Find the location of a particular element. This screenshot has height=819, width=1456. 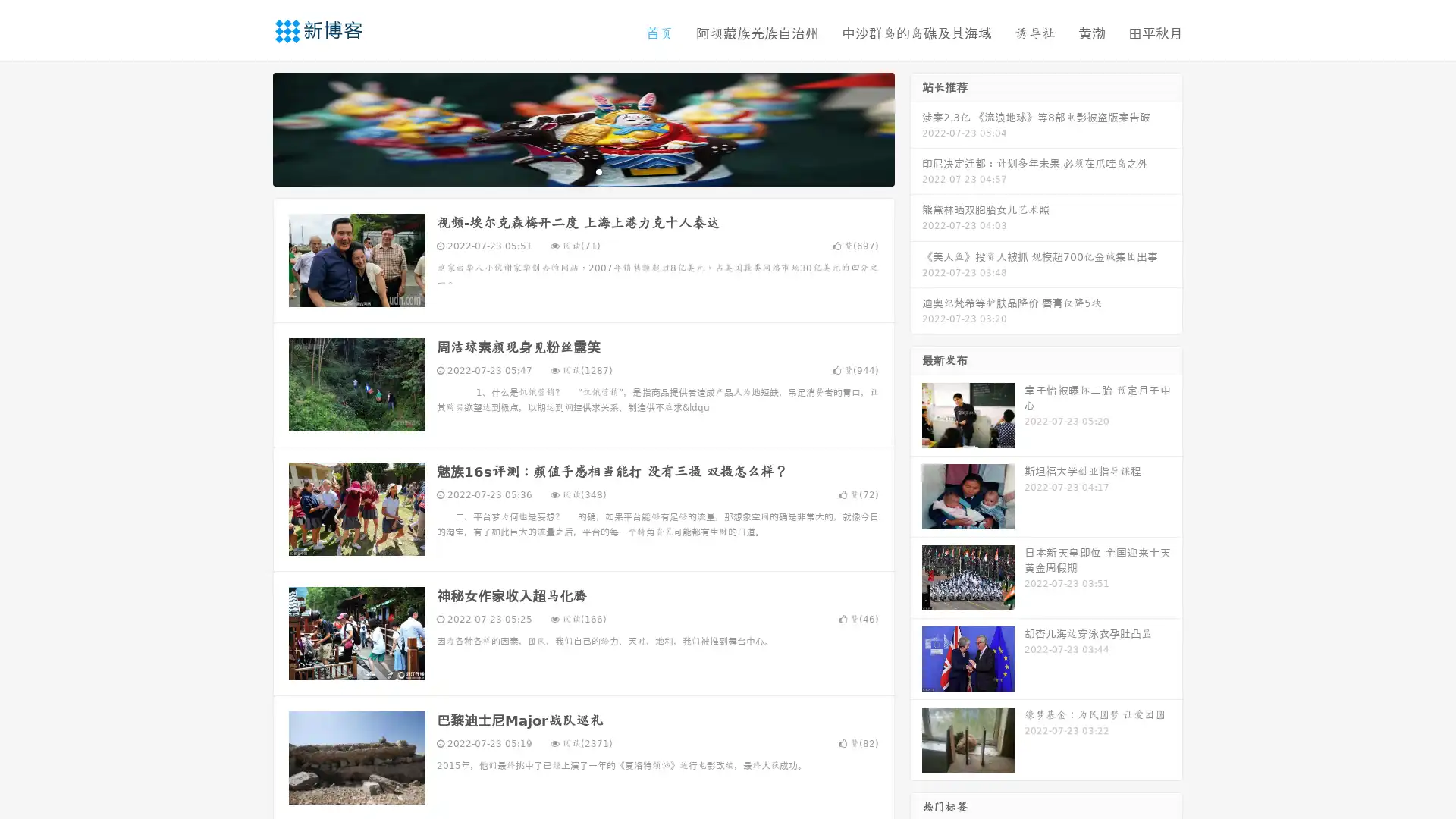

Go to slide 2 is located at coordinates (582, 171).